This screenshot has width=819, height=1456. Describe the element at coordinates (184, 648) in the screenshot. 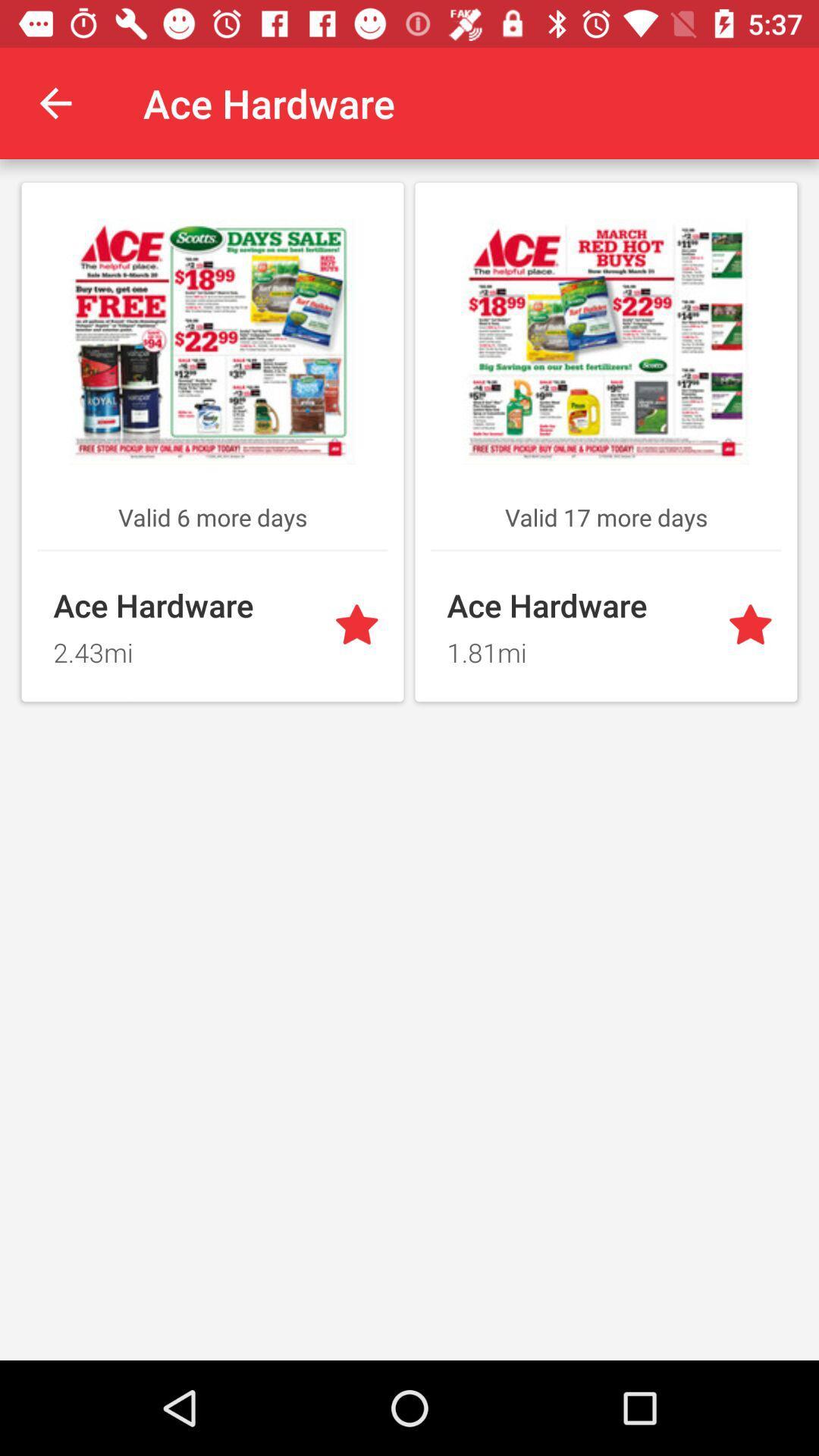

I see `icon below the ace hardware` at that location.